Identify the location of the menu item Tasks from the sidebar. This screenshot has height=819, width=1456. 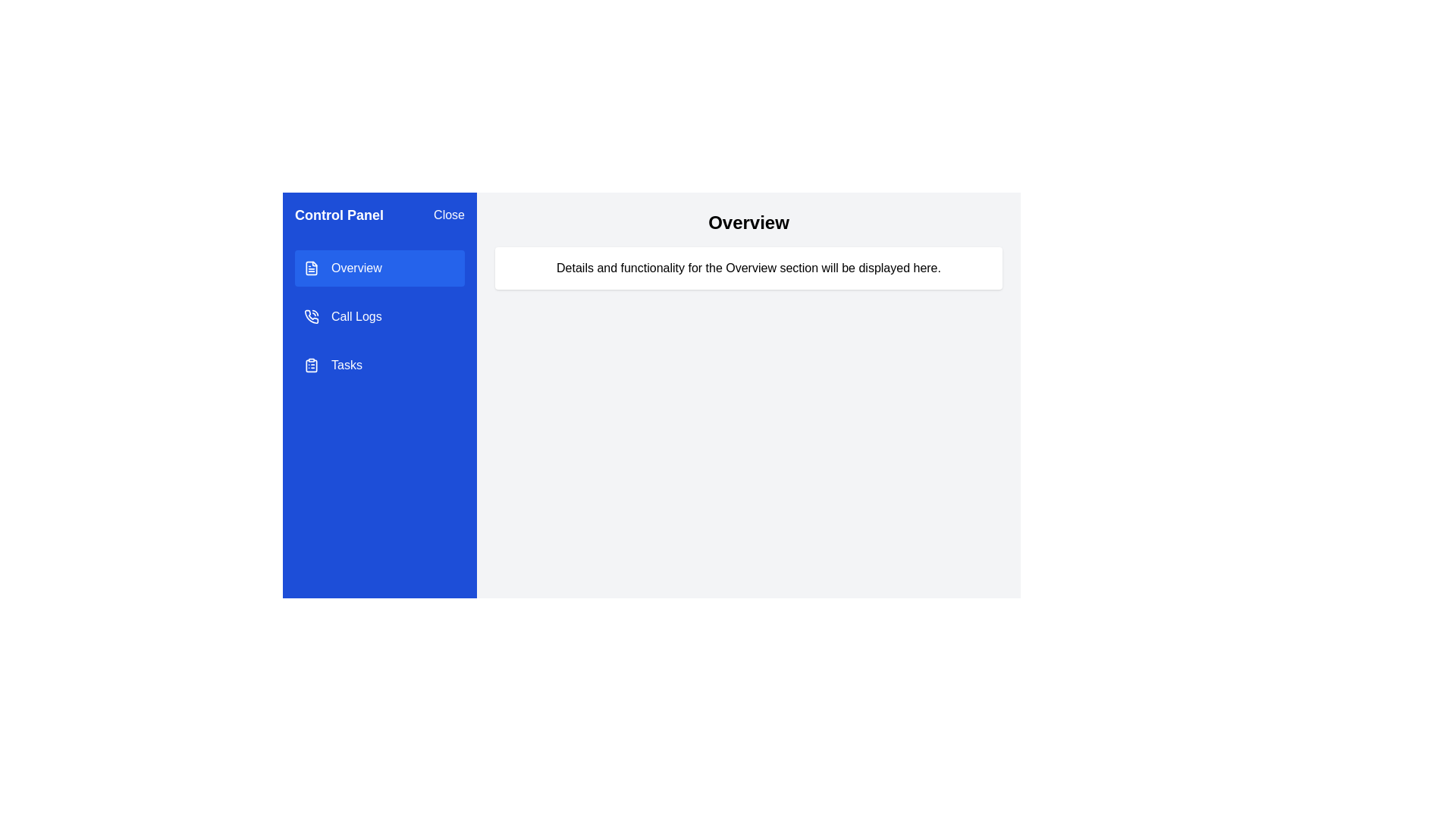
(379, 366).